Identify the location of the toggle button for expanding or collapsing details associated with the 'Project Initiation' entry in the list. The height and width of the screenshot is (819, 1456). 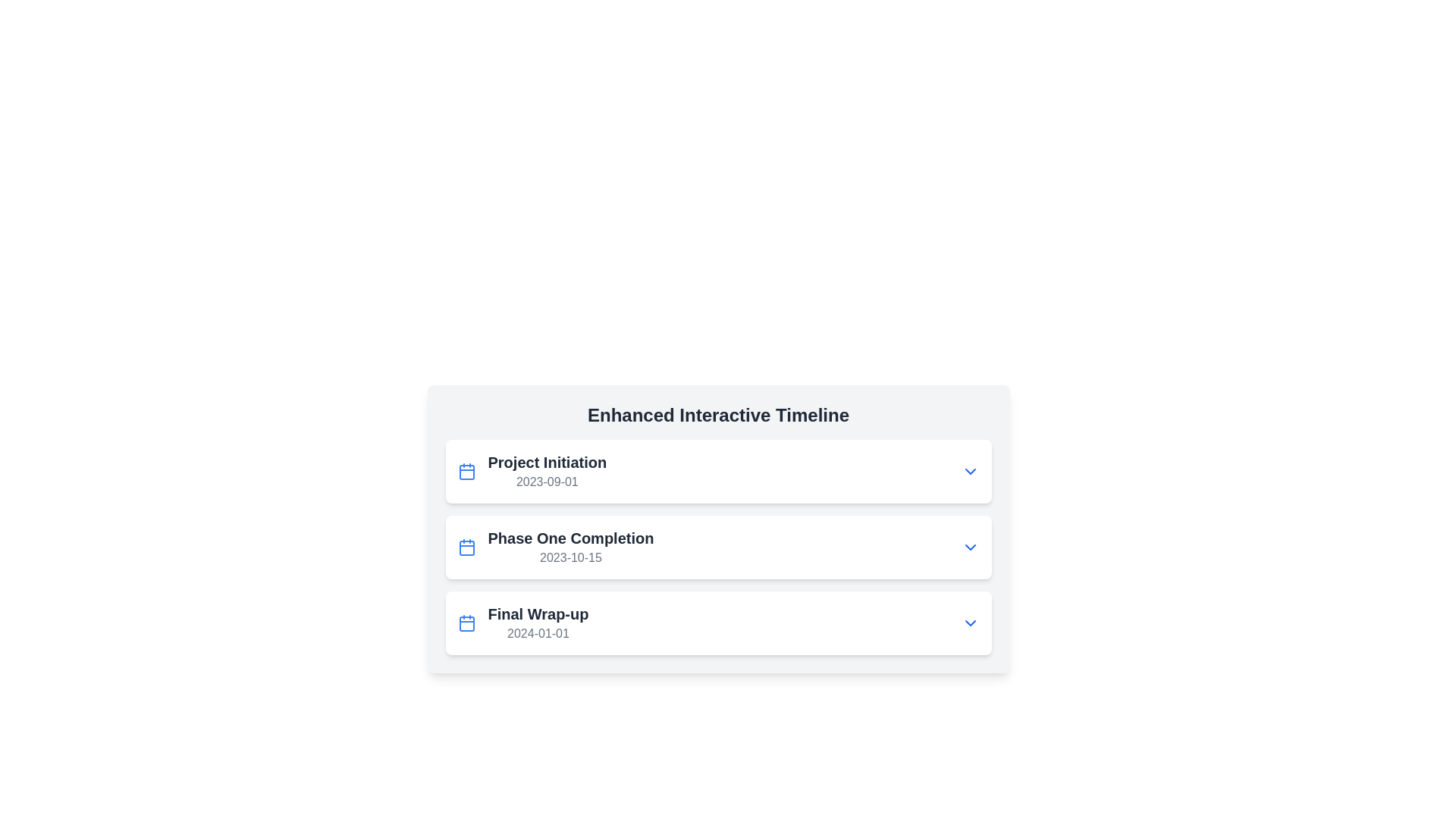
(969, 470).